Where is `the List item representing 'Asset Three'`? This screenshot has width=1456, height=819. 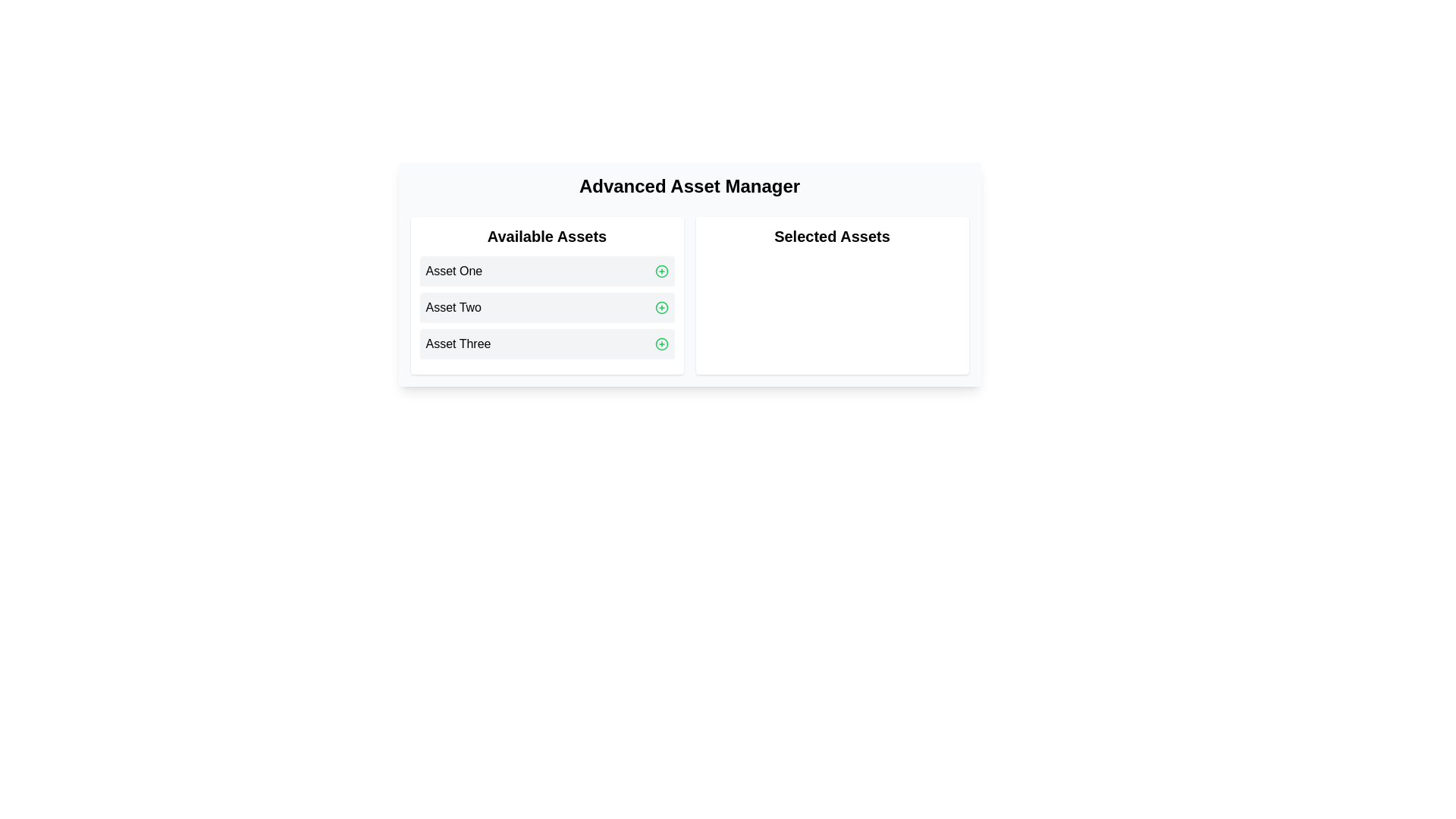
the List item representing 'Asset Three' is located at coordinates (546, 344).